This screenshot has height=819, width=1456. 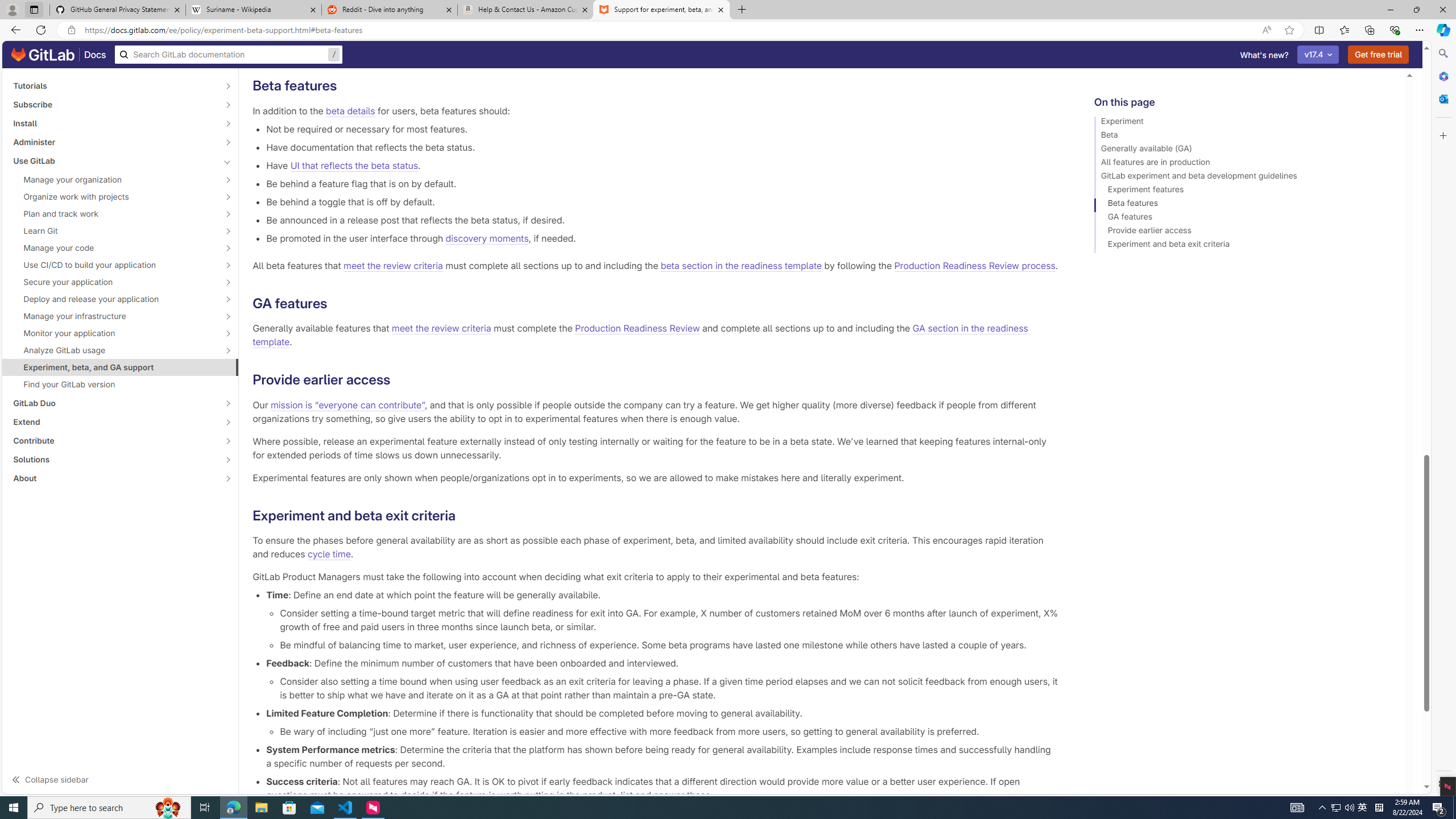 I want to click on 'Help & Contact Us - Amazon Customer Service - Sleeping', so click(x=526, y=9).